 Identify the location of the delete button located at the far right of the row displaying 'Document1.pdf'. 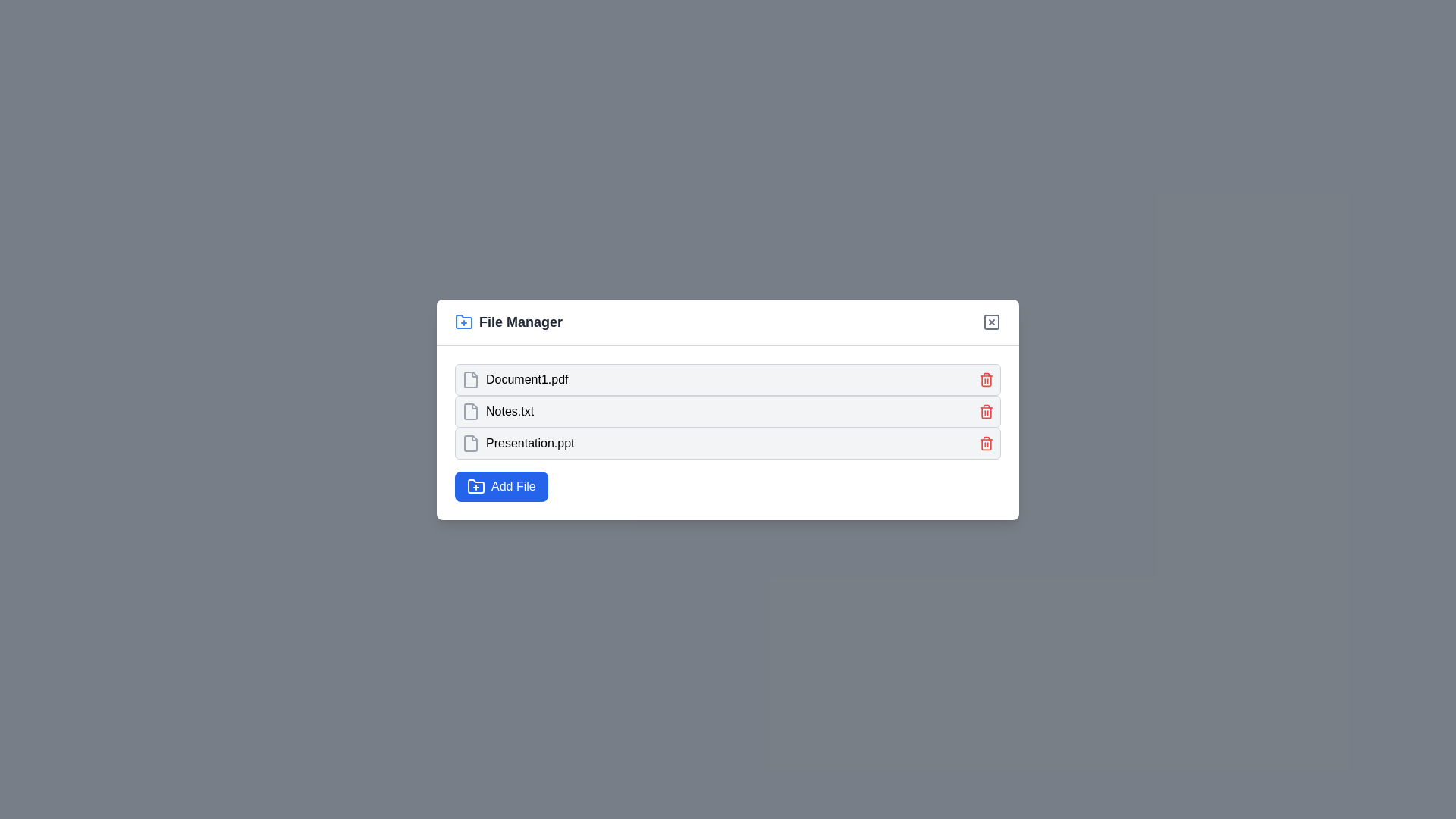
(986, 378).